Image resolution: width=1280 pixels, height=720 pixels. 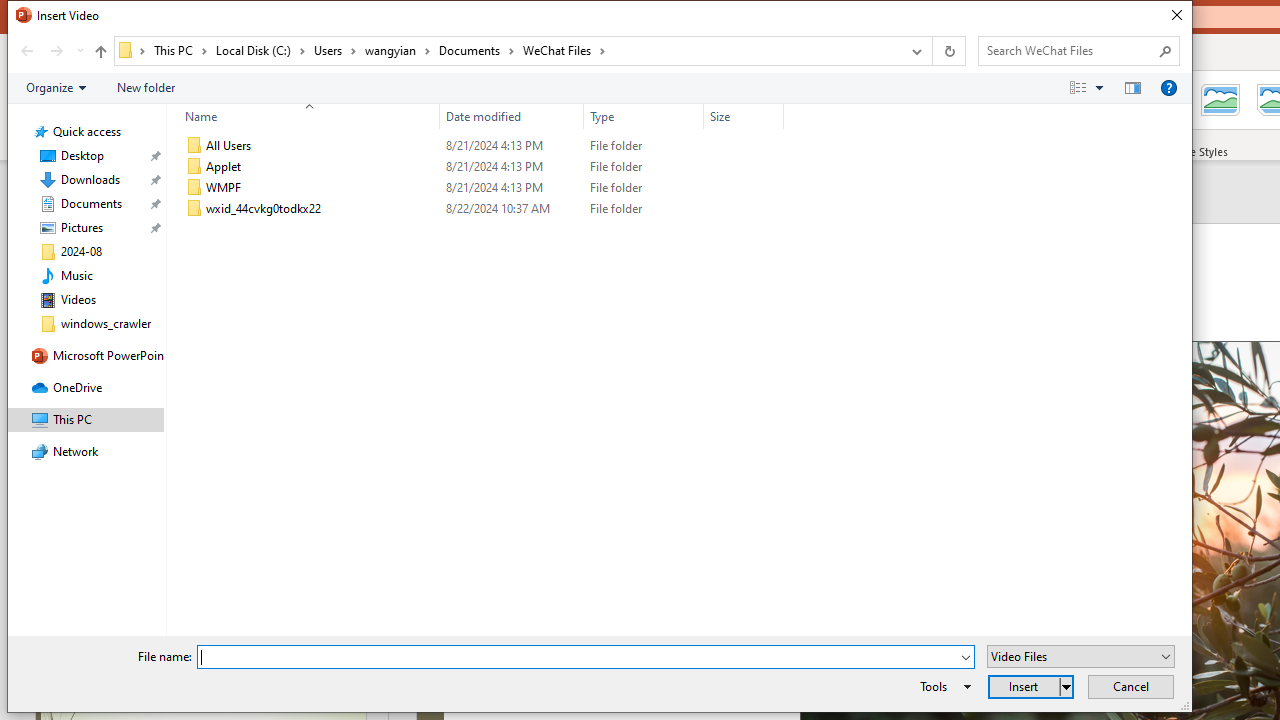 What do you see at coordinates (26, 50) in the screenshot?
I see `'Back (Alt + Left Arrow)'` at bounding box center [26, 50].